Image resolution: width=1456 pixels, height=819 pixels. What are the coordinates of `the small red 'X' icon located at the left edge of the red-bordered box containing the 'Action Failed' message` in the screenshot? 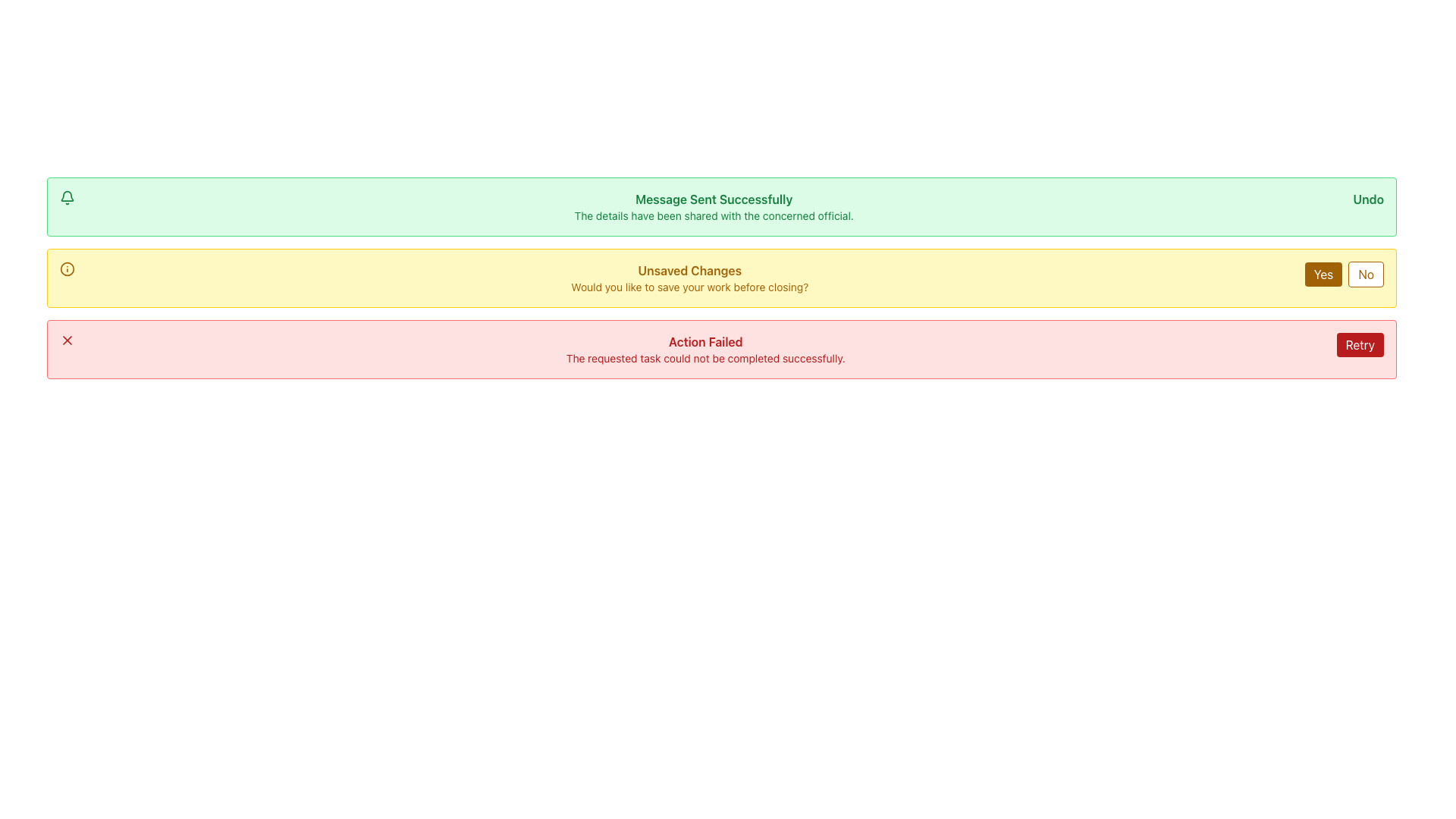 It's located at (67, 339).